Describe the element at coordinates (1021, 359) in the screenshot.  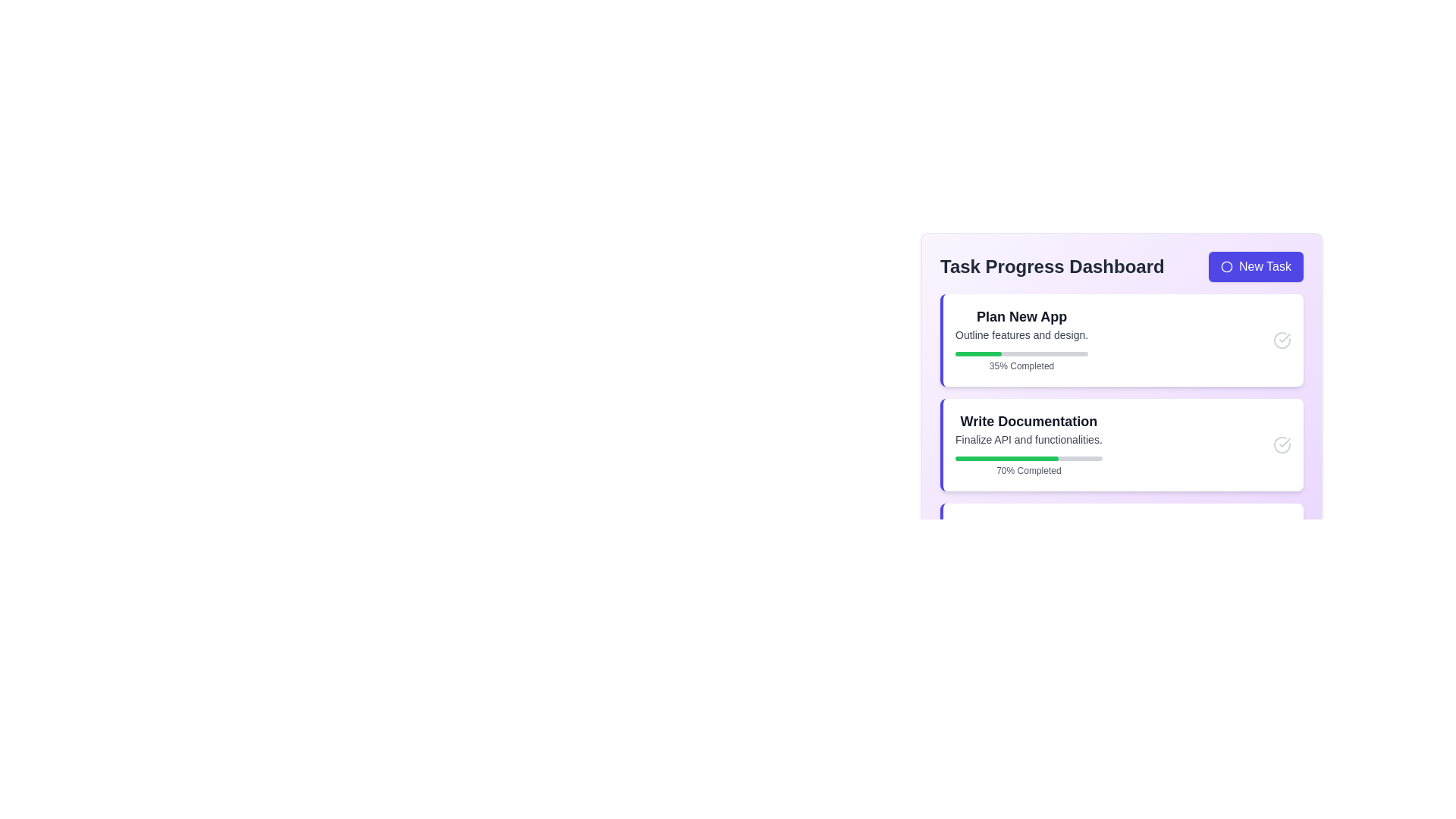
I see `text label displaying the progress percentage, which shows '35% Completed' and is located below the progress bar of the task labeled 'Plan New App'` at that location.